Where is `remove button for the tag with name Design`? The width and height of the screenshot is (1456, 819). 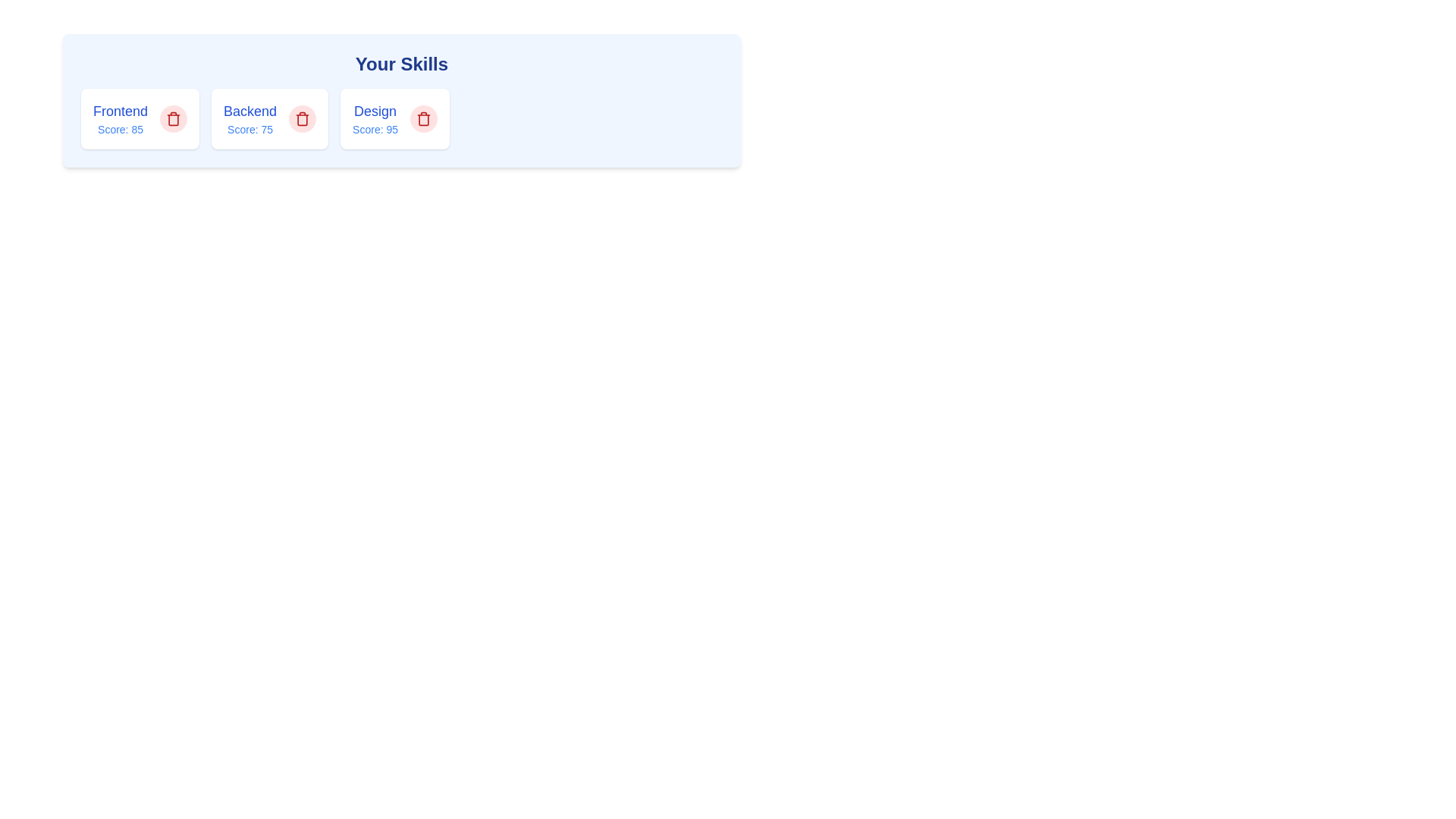
remove button for the tag with name Design is located at coordinates (424, 118).